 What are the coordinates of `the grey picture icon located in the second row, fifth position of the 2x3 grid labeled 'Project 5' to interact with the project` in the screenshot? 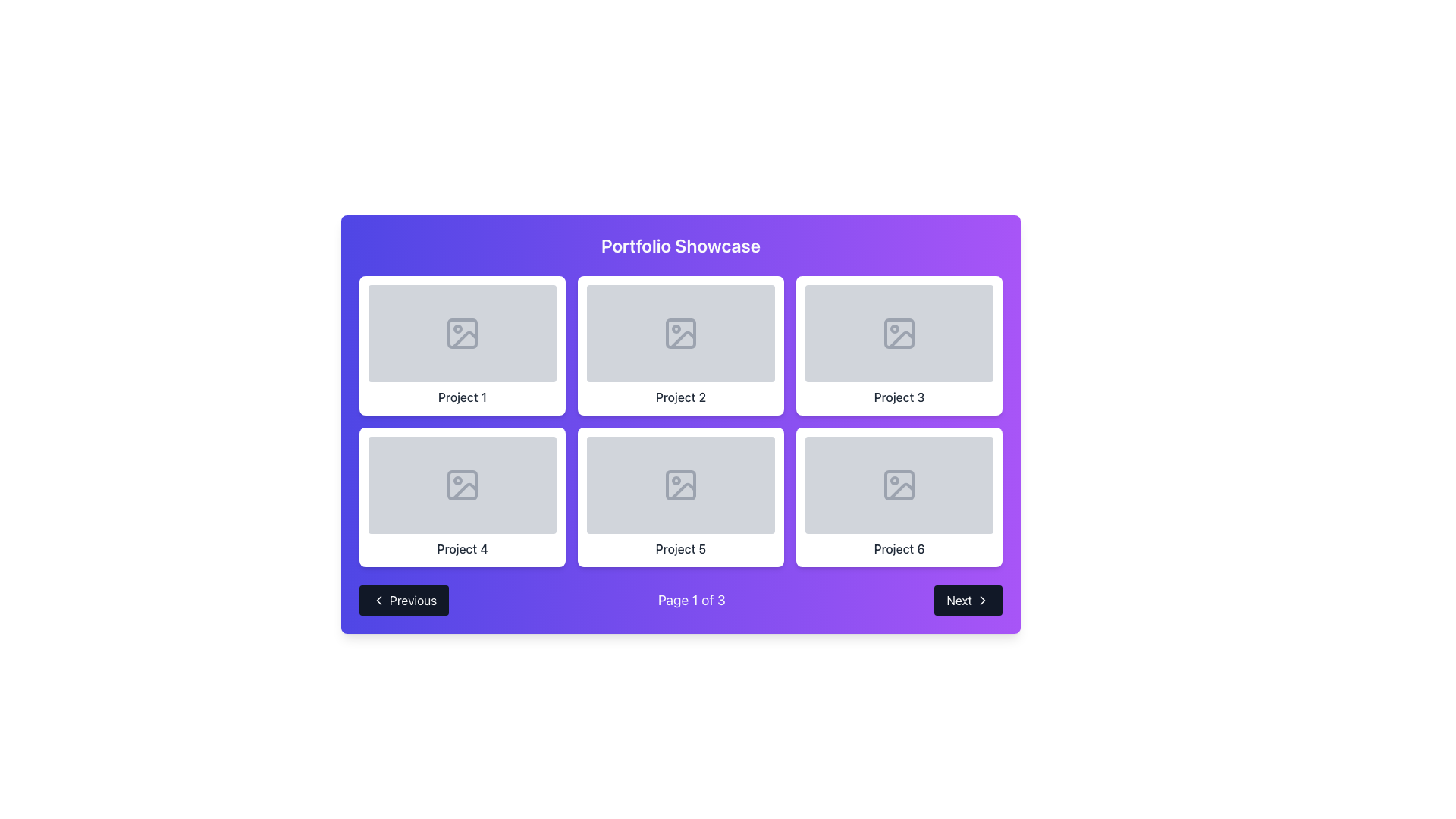 It's located at (679, 485).